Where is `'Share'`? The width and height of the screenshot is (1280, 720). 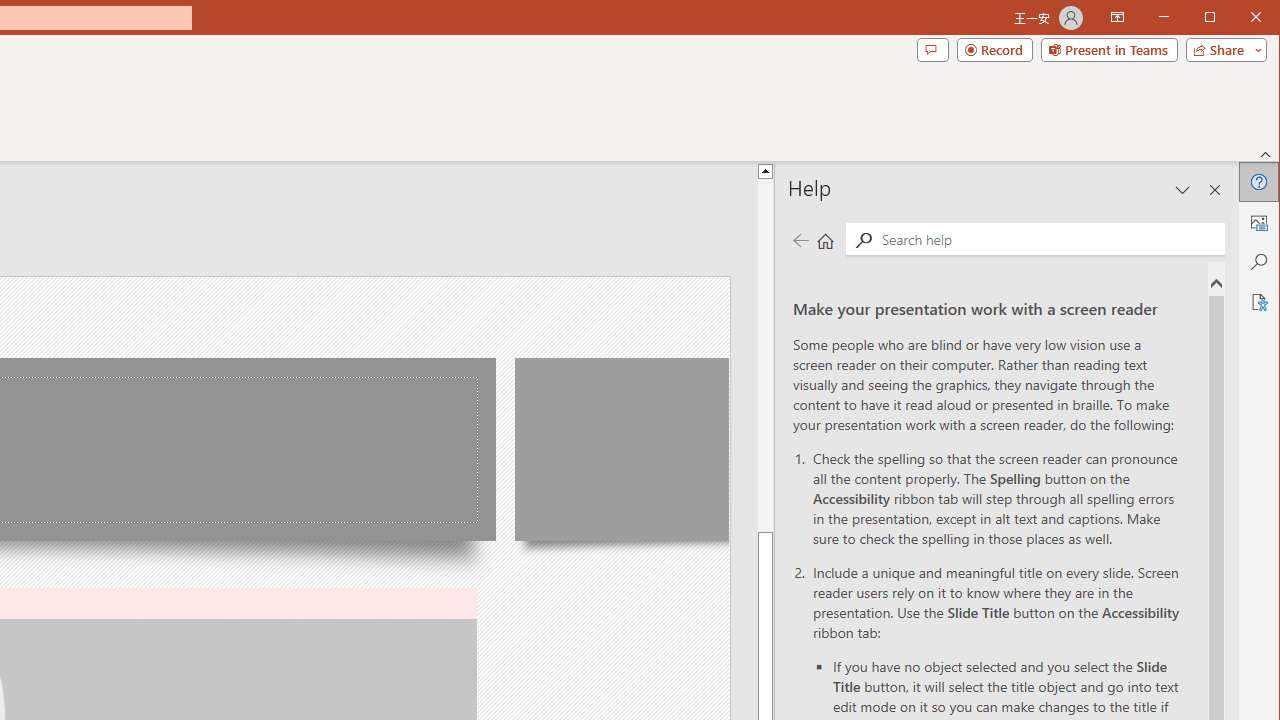 'Share' is located at coordinates (1221, 49).